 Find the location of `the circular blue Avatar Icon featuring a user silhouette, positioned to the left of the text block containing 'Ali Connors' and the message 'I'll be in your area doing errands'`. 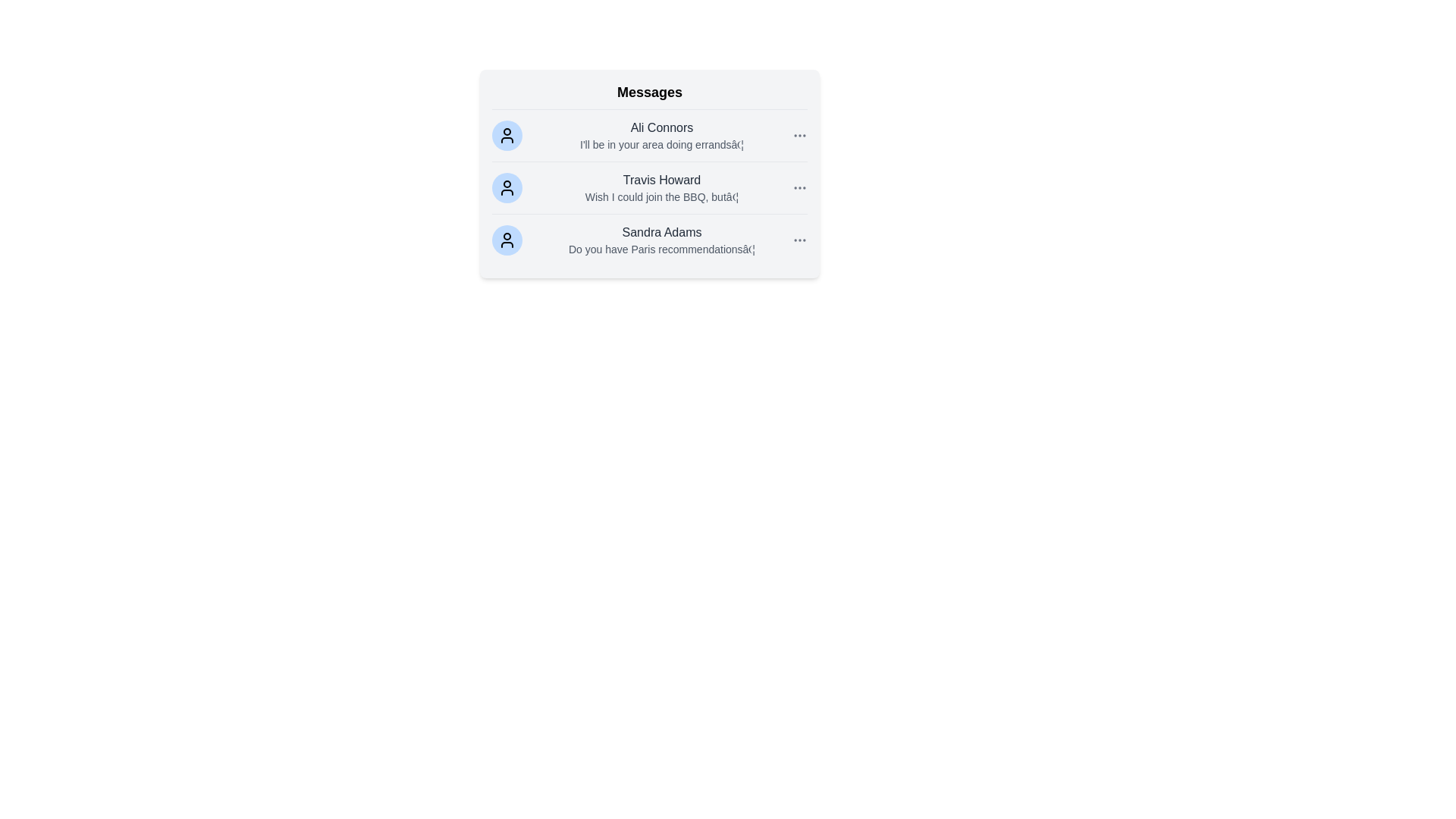

the circular blue Avatar Icon featuring a user silhouette, positioned to the left of the text block containing 'Ali Connors' and the message 'I'll be in your area doing errands' is located at coordinates (507, 134).